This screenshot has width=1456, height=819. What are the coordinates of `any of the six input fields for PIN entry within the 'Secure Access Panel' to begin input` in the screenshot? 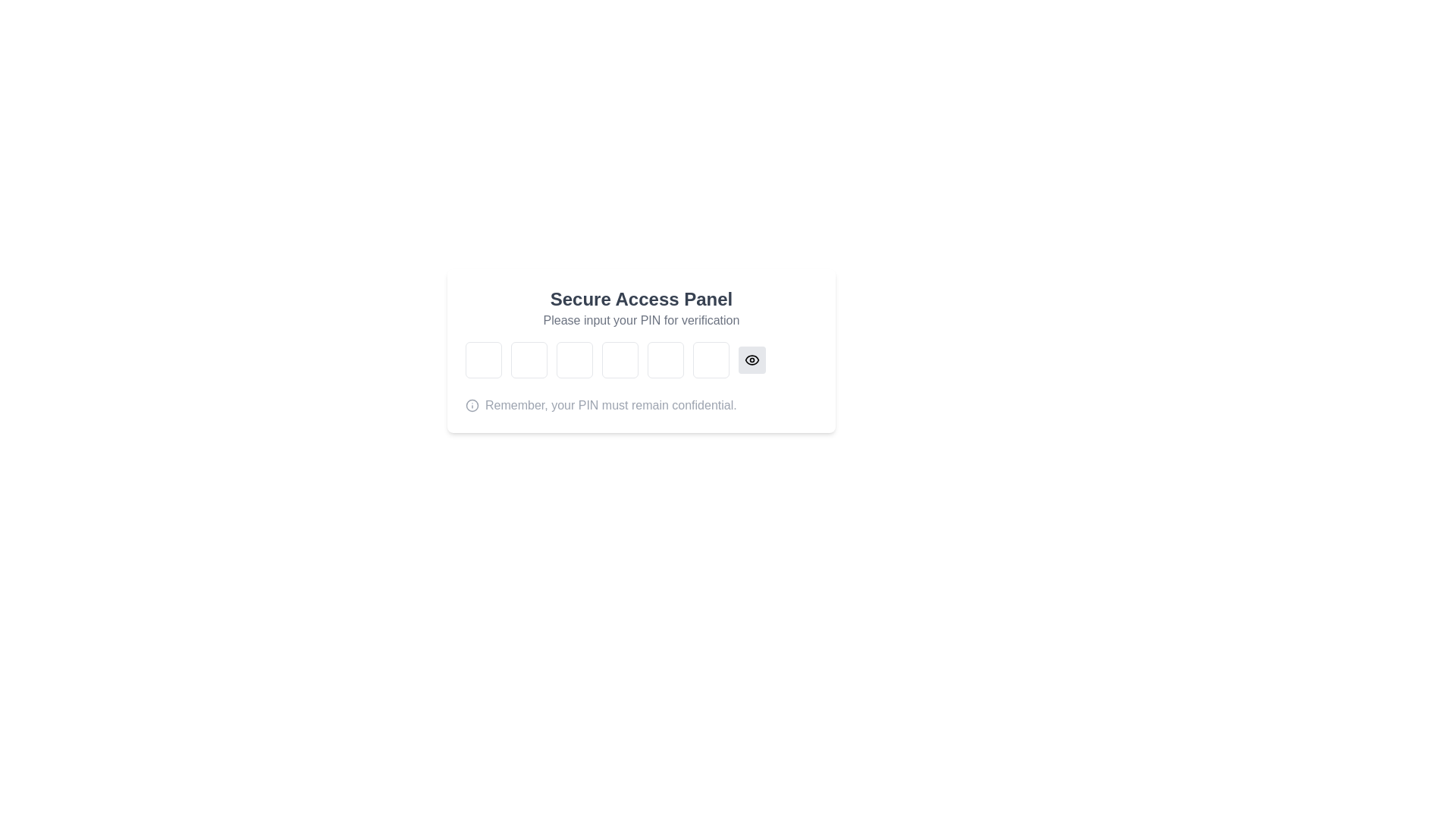 It's located at (641, 359).